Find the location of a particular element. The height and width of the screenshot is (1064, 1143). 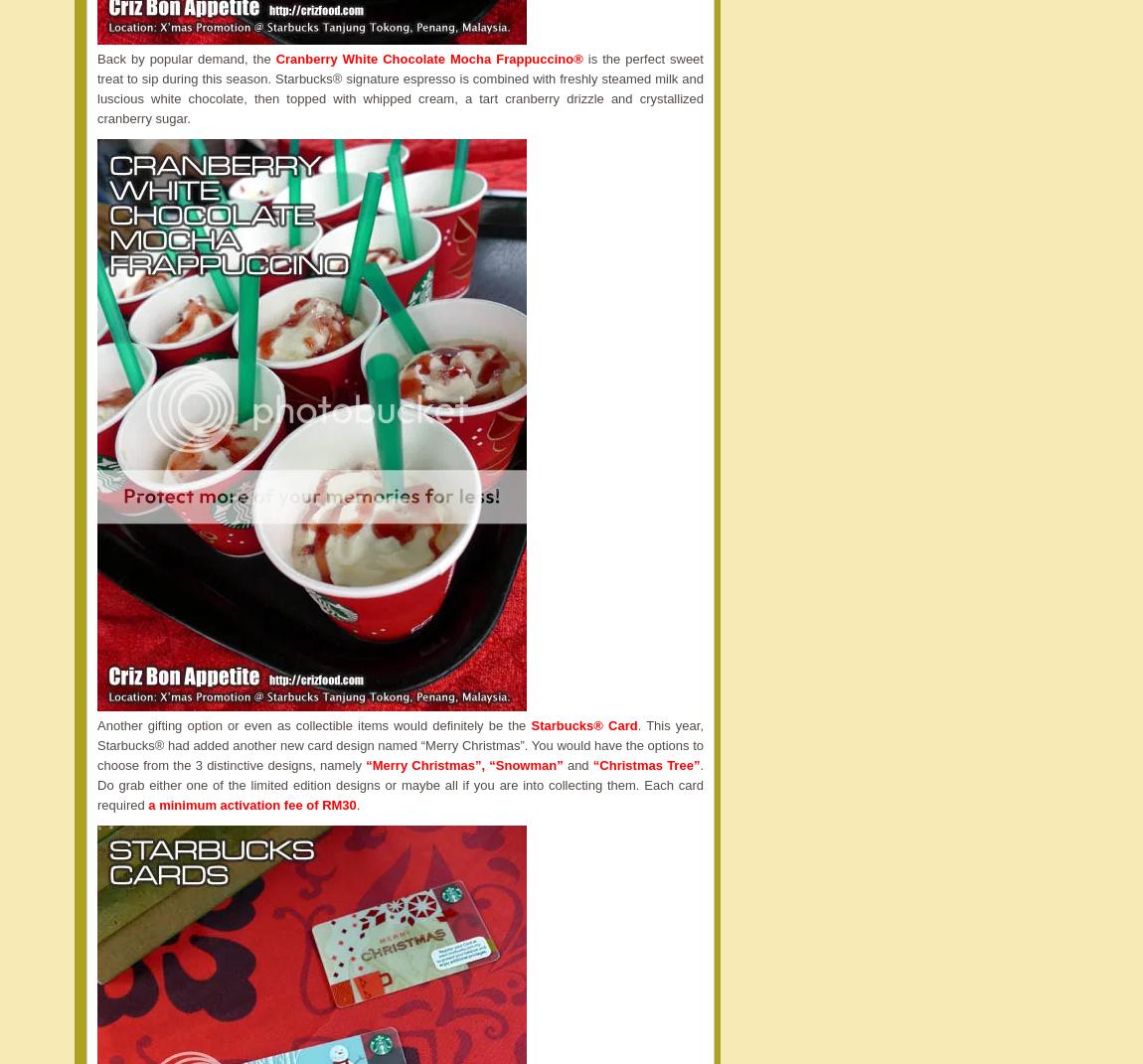

'. This year, Starbucks® had added another new card design named “Merry Christmas”. You would have the options to choose from the 3 distinctive designs, namely' is located at coordinates (400, 745).